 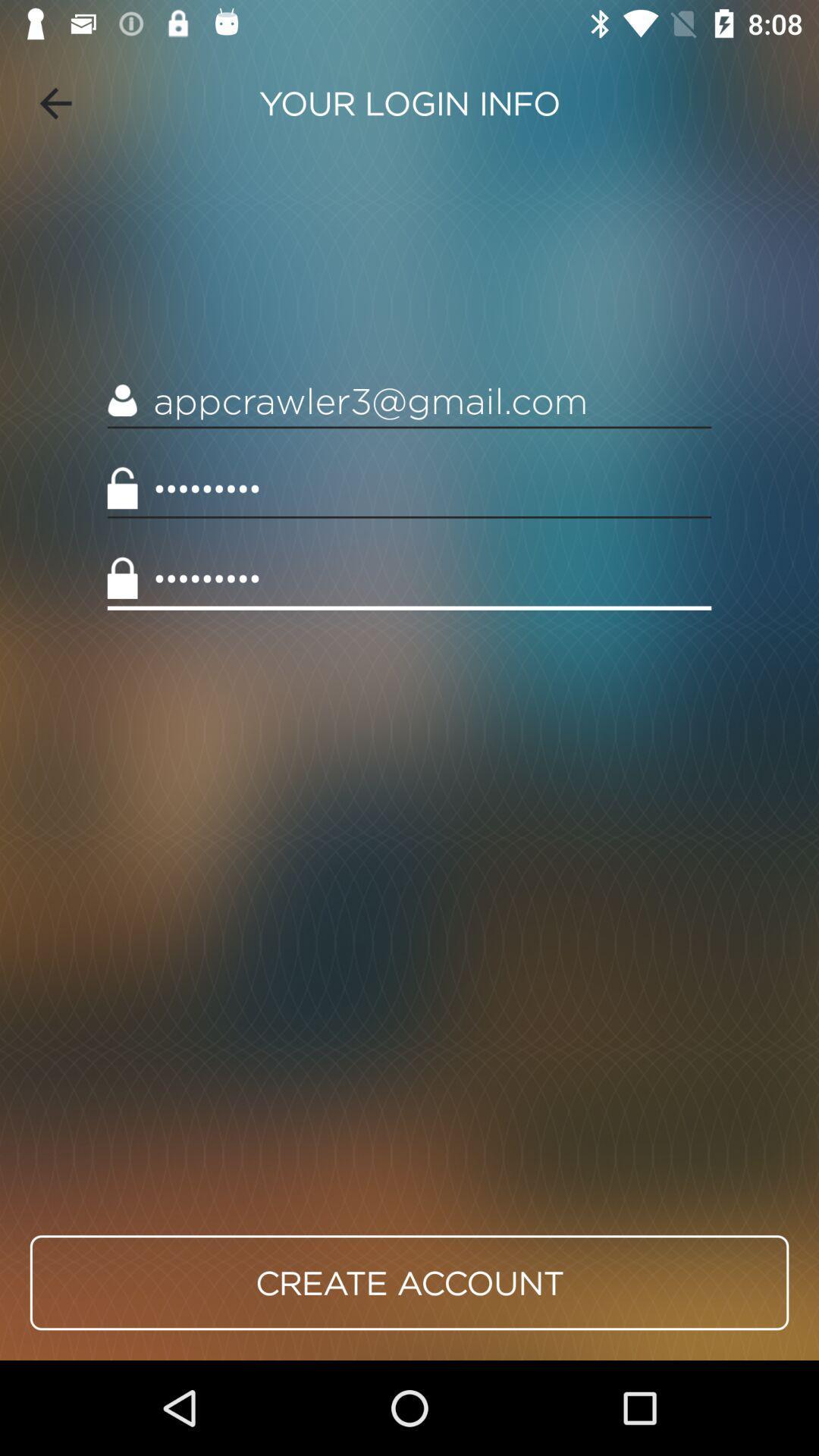 What do you see at coordinates (55, 102) in the screenshot?
I see `the item at the top left corner` at bounding box center [55, 102].